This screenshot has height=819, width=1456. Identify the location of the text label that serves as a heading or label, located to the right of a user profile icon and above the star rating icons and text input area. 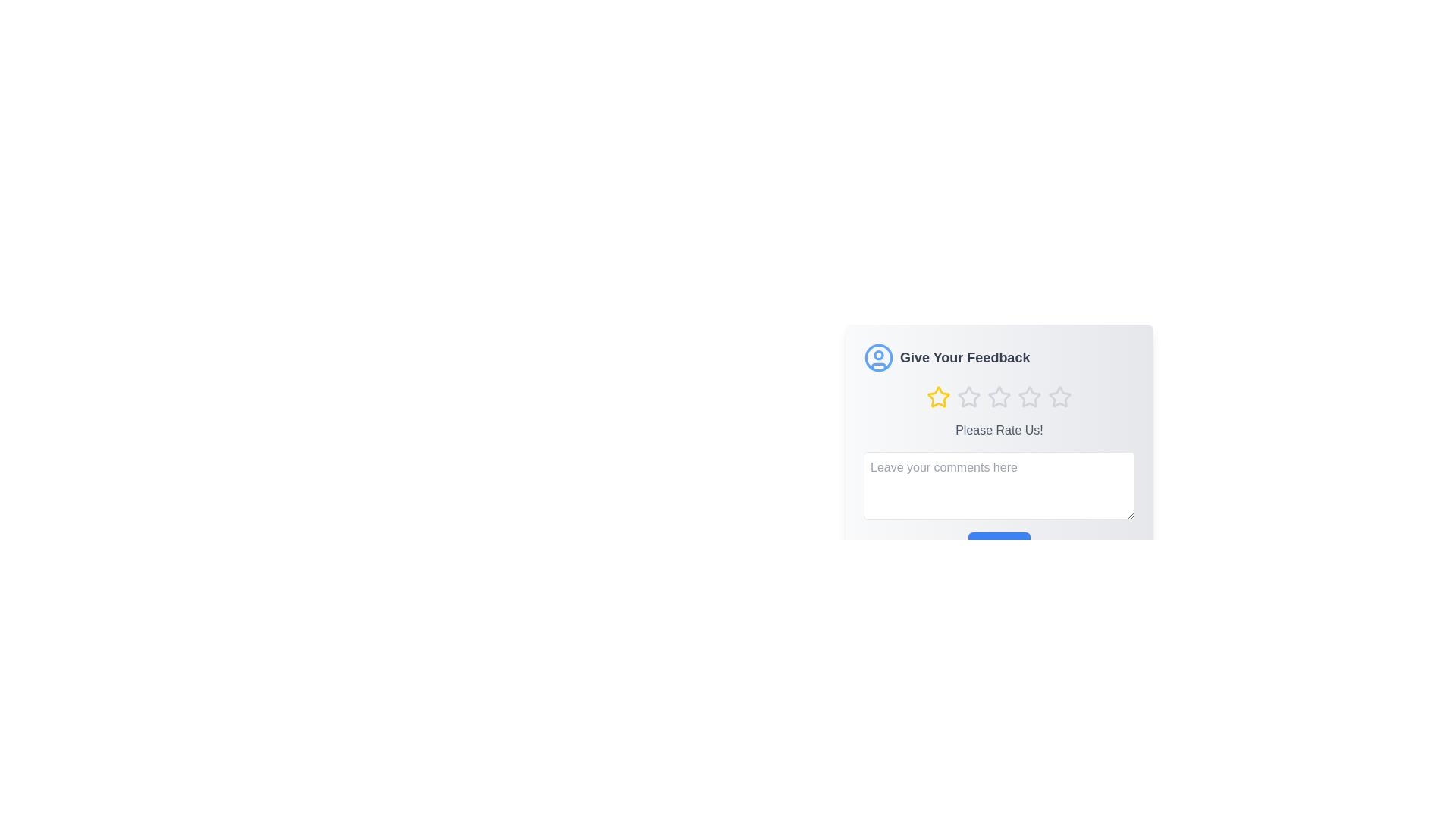
(964, 357).